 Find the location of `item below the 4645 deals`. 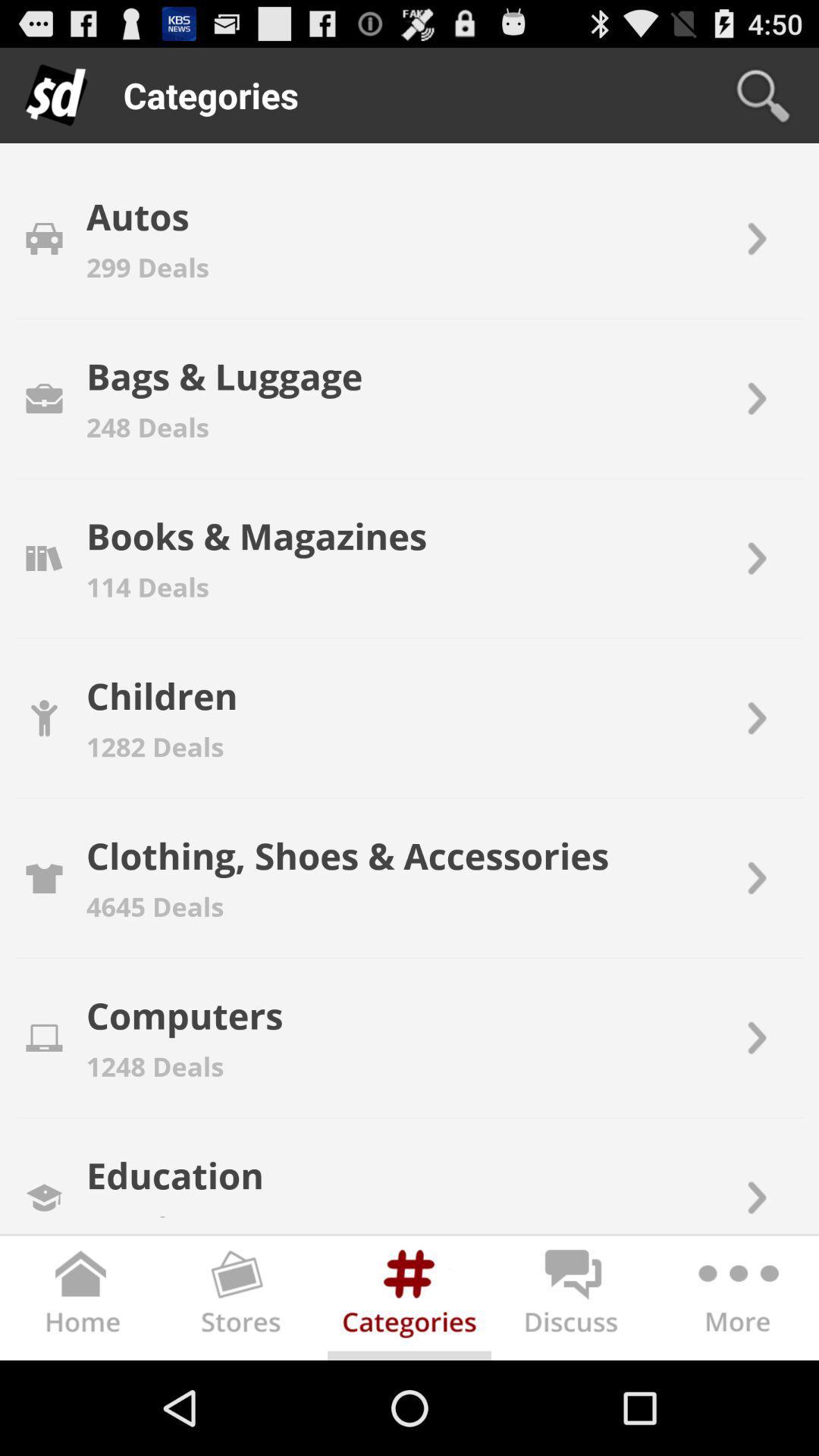

item below the 4645 deals is located at coordinates (184, 1015).